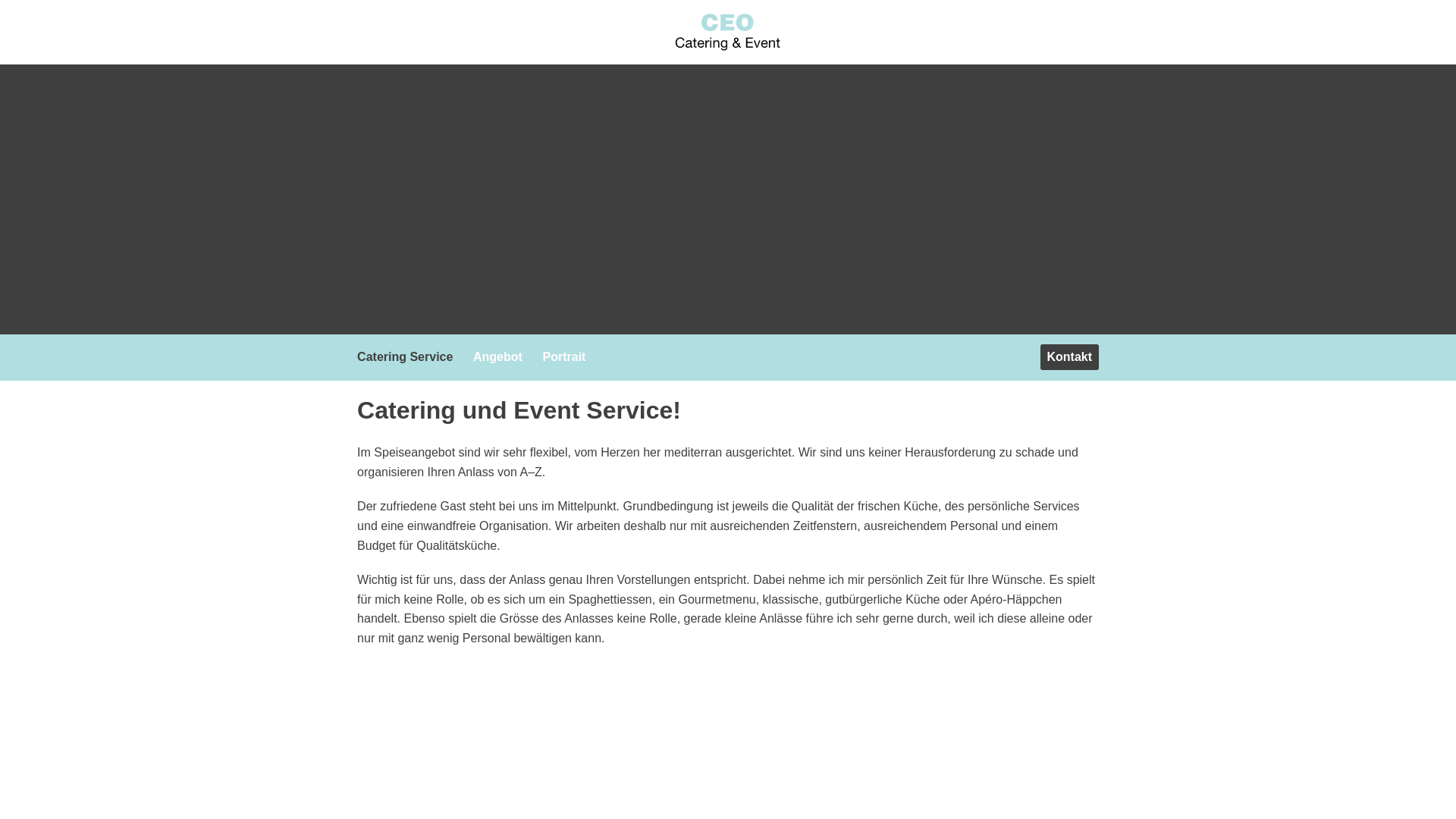  I want to click on 'Kontakt', so click(1068, 356).